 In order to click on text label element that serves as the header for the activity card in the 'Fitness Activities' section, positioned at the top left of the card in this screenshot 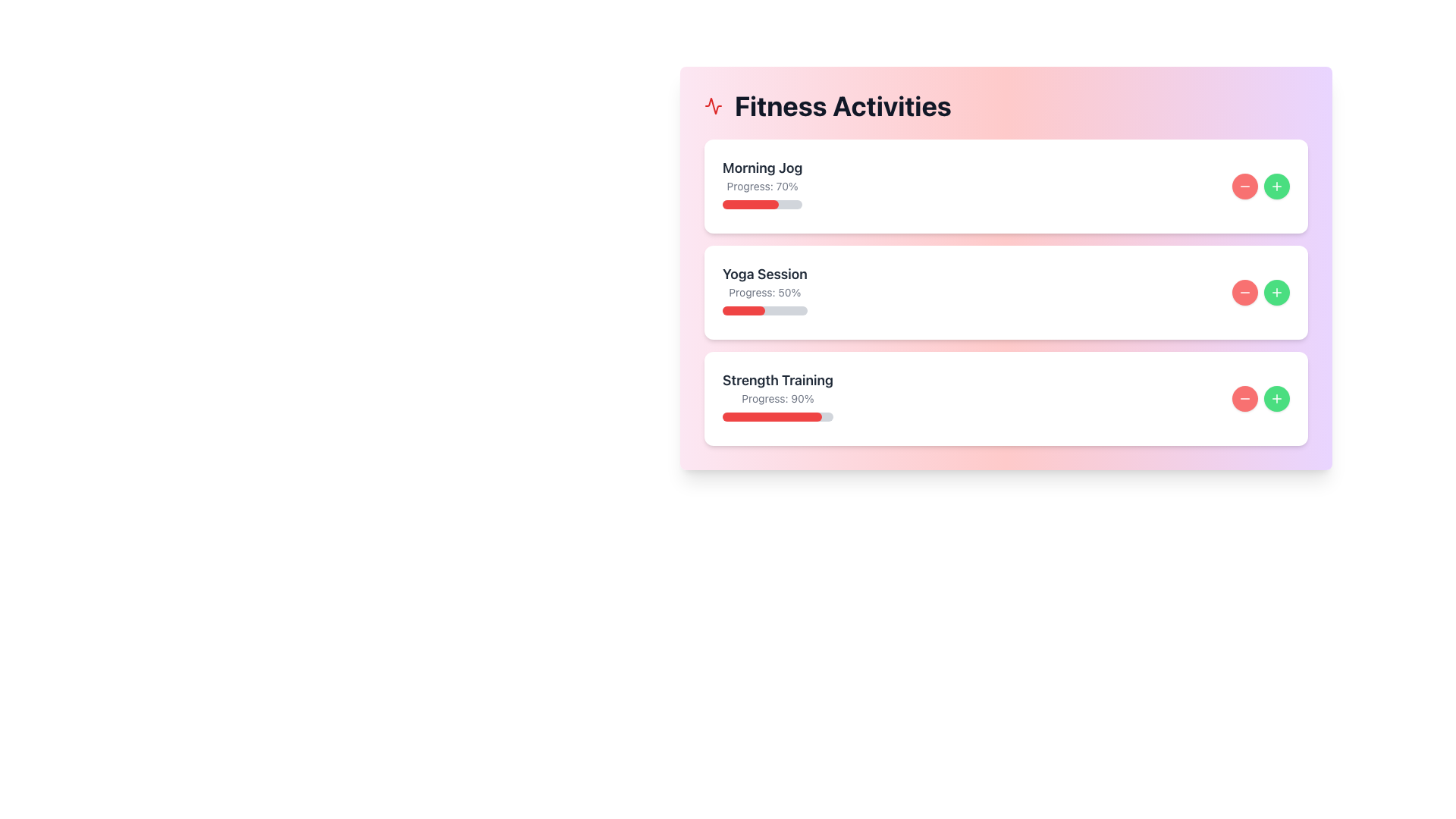, I will do `click(762, 168)`.